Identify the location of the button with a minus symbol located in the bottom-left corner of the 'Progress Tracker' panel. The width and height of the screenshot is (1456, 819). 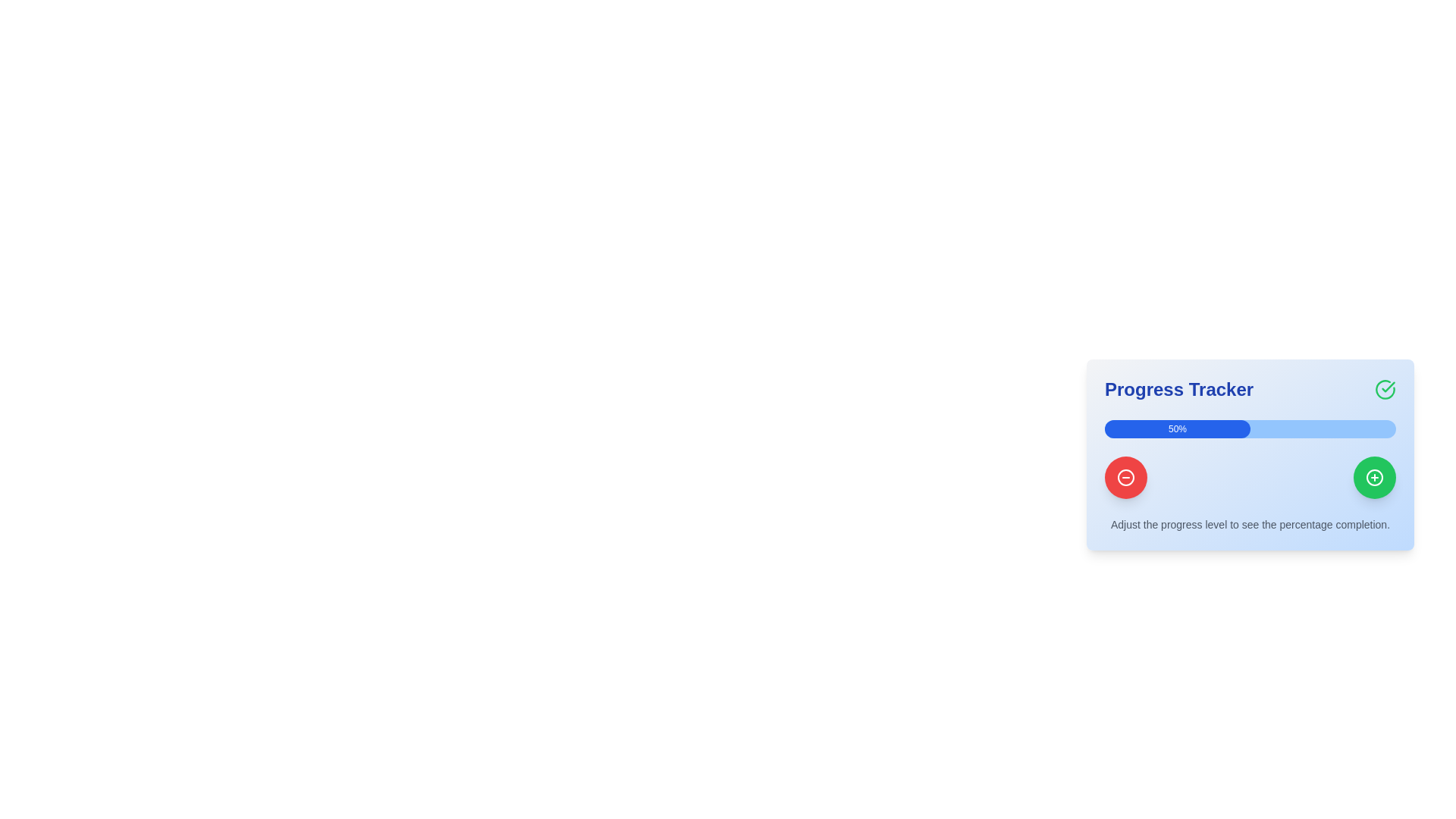
(1125, 476).